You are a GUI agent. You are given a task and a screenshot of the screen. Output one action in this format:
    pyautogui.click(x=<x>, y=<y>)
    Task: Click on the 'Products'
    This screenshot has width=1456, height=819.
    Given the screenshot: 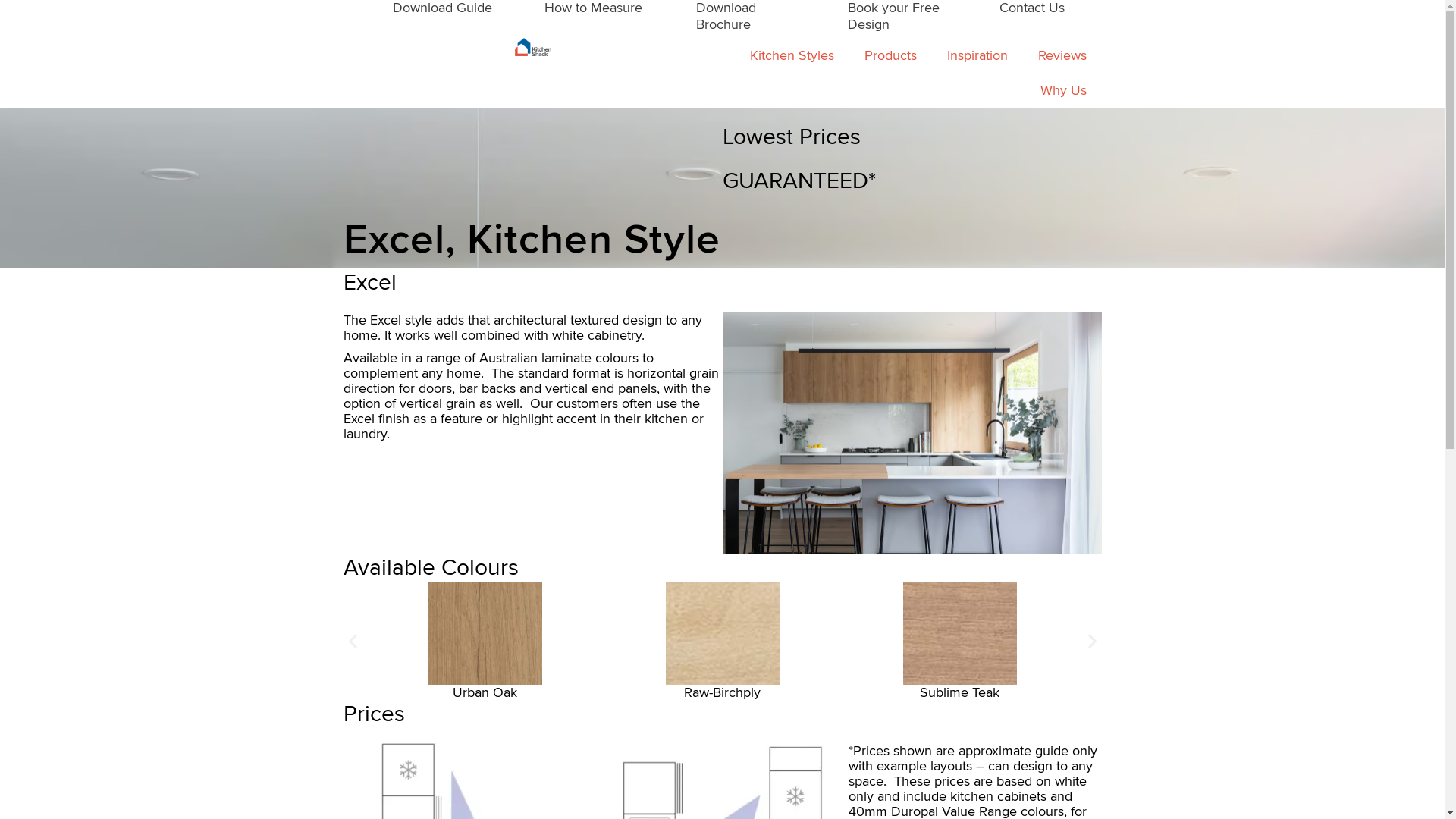 What is the action you would take?
    pyautogui.click(x=890, y=55)
    